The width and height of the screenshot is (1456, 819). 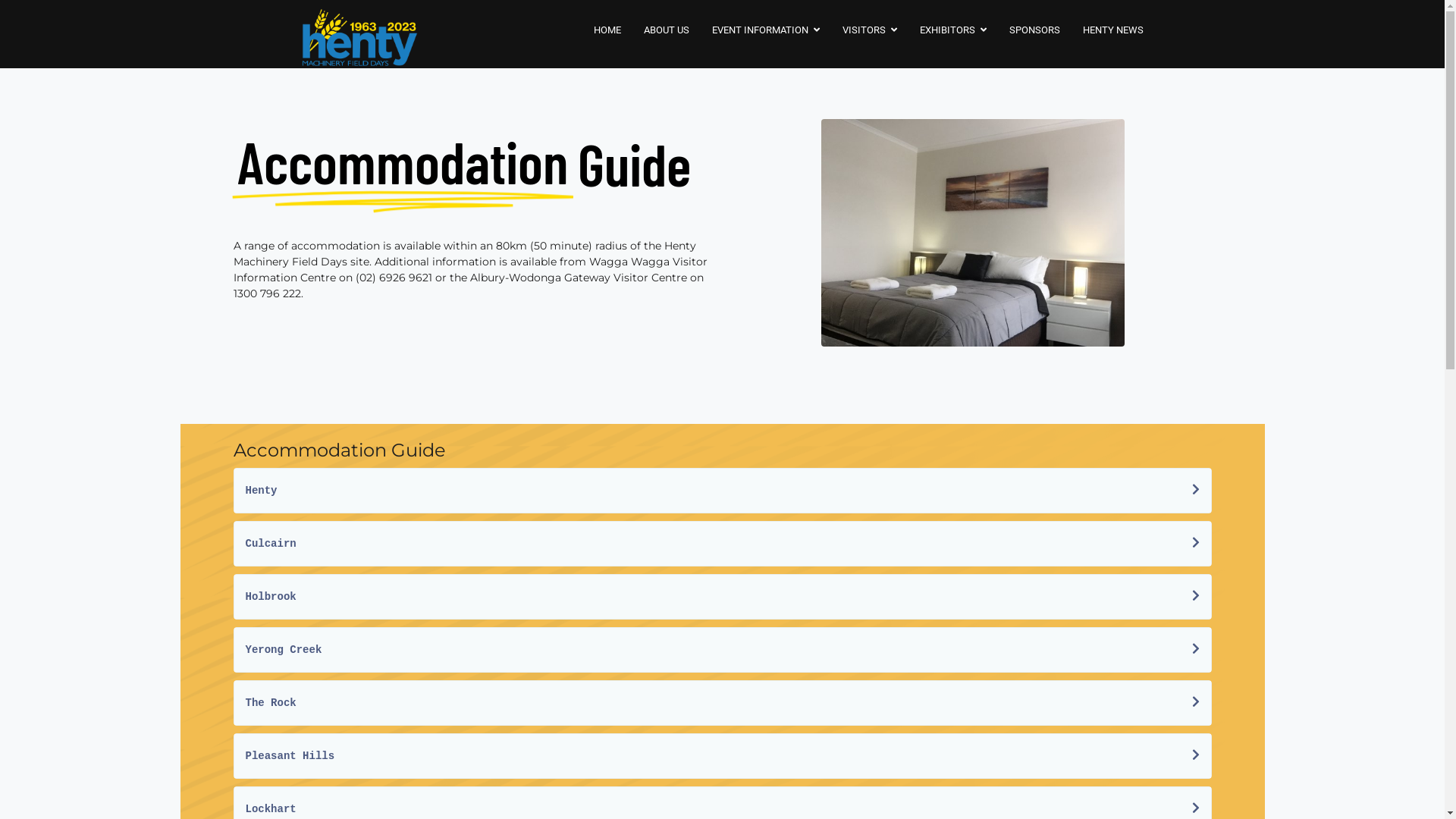 What do you see at coordinates (1034, 30) in the screenshot?
I see `'SPONSORS'` at bounding box center [1034, 30].